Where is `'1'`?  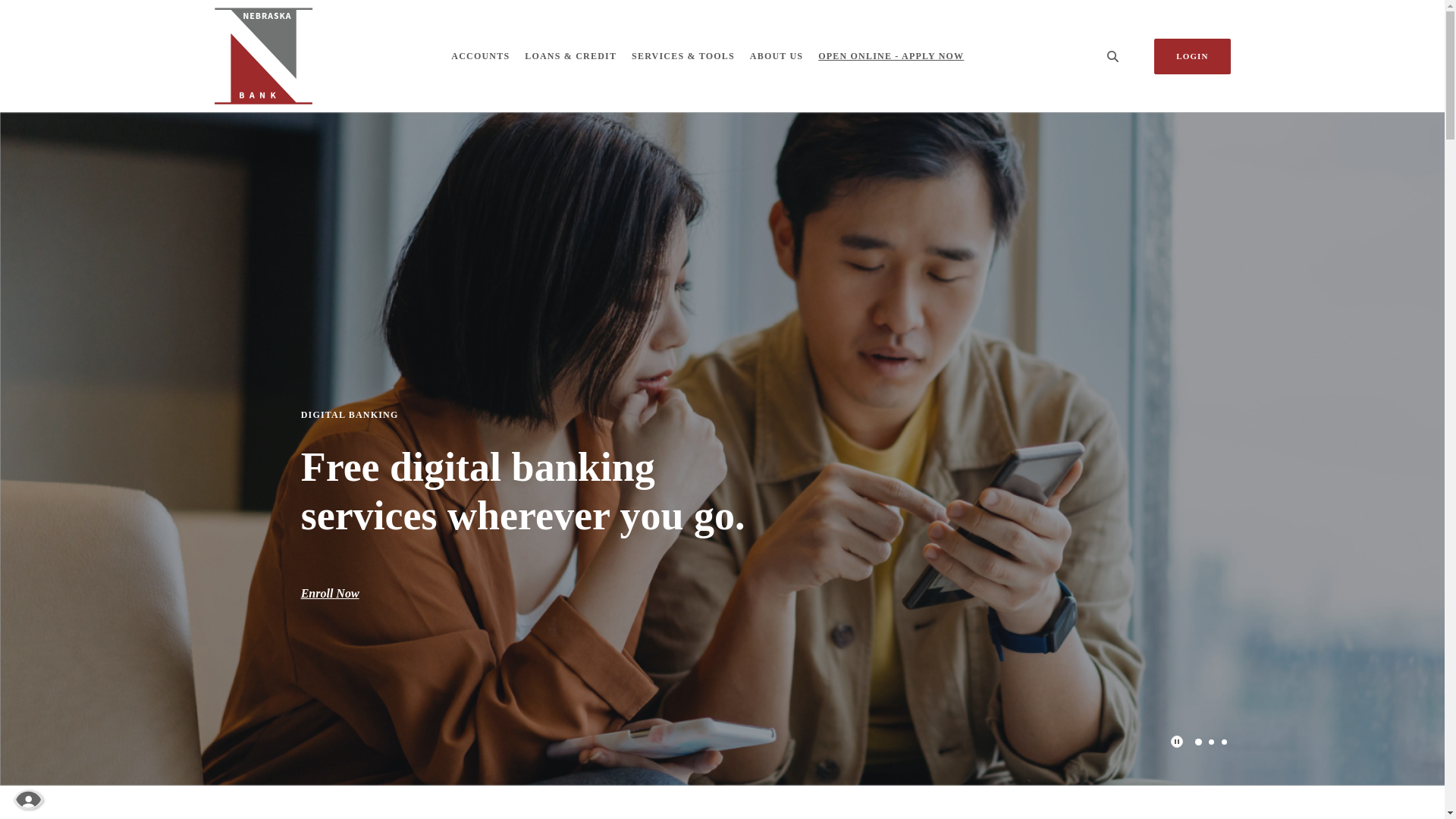
'1' is located at coordinates (1193, 740).